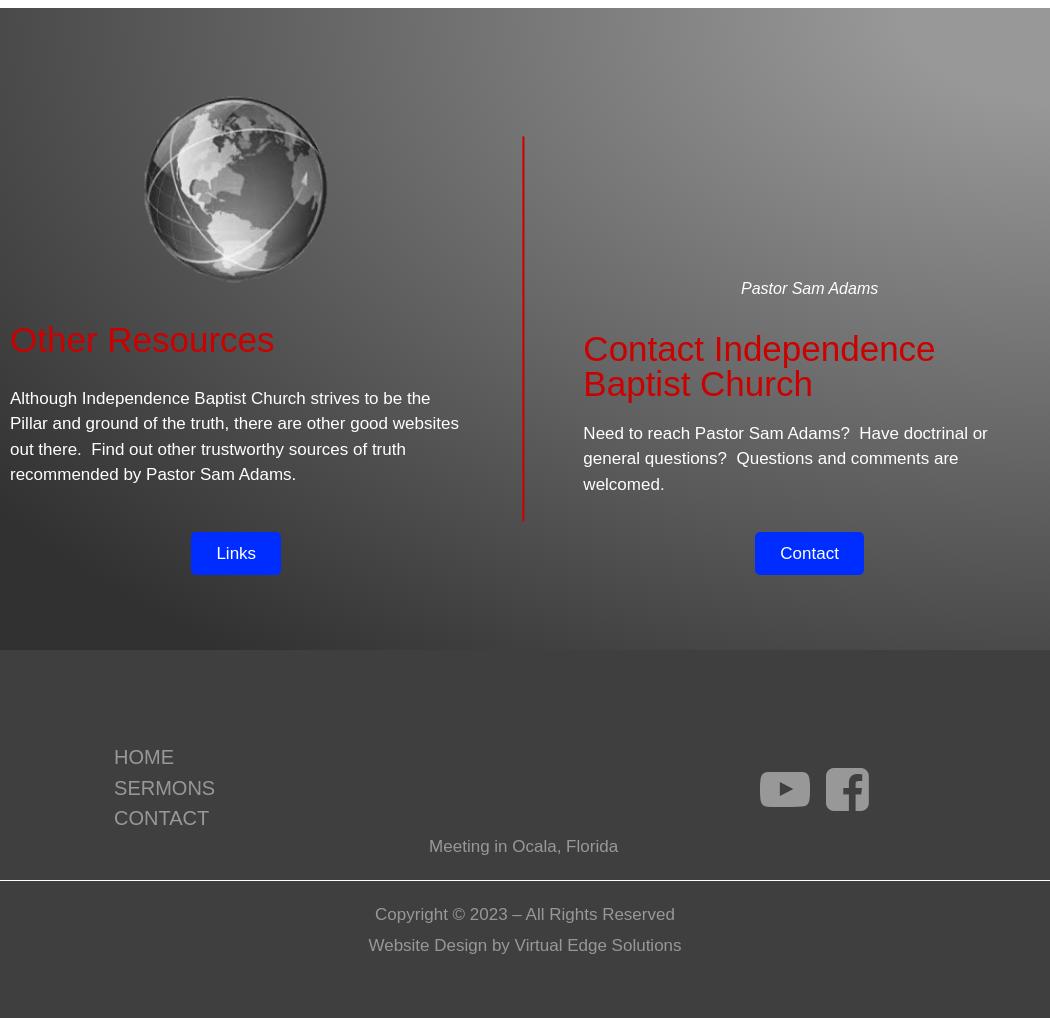 The image size is (1050, 1018). What do you see at coordinates (140, 337) in the screenshot?
I see `'Other Resources'` at bounding box center [140, 337].